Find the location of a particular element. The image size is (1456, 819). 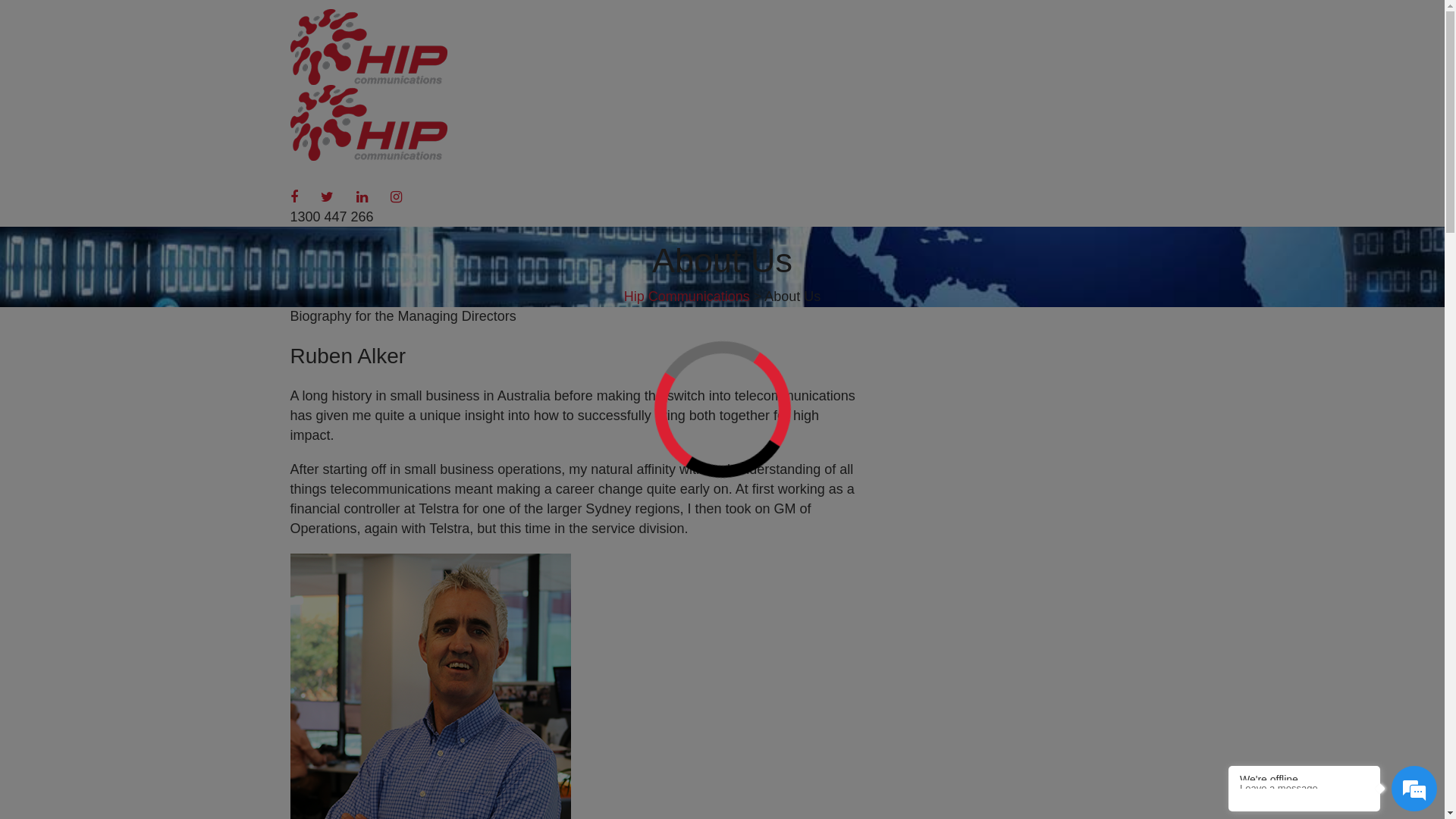

'facebook' is located at coordinates (293, 196).